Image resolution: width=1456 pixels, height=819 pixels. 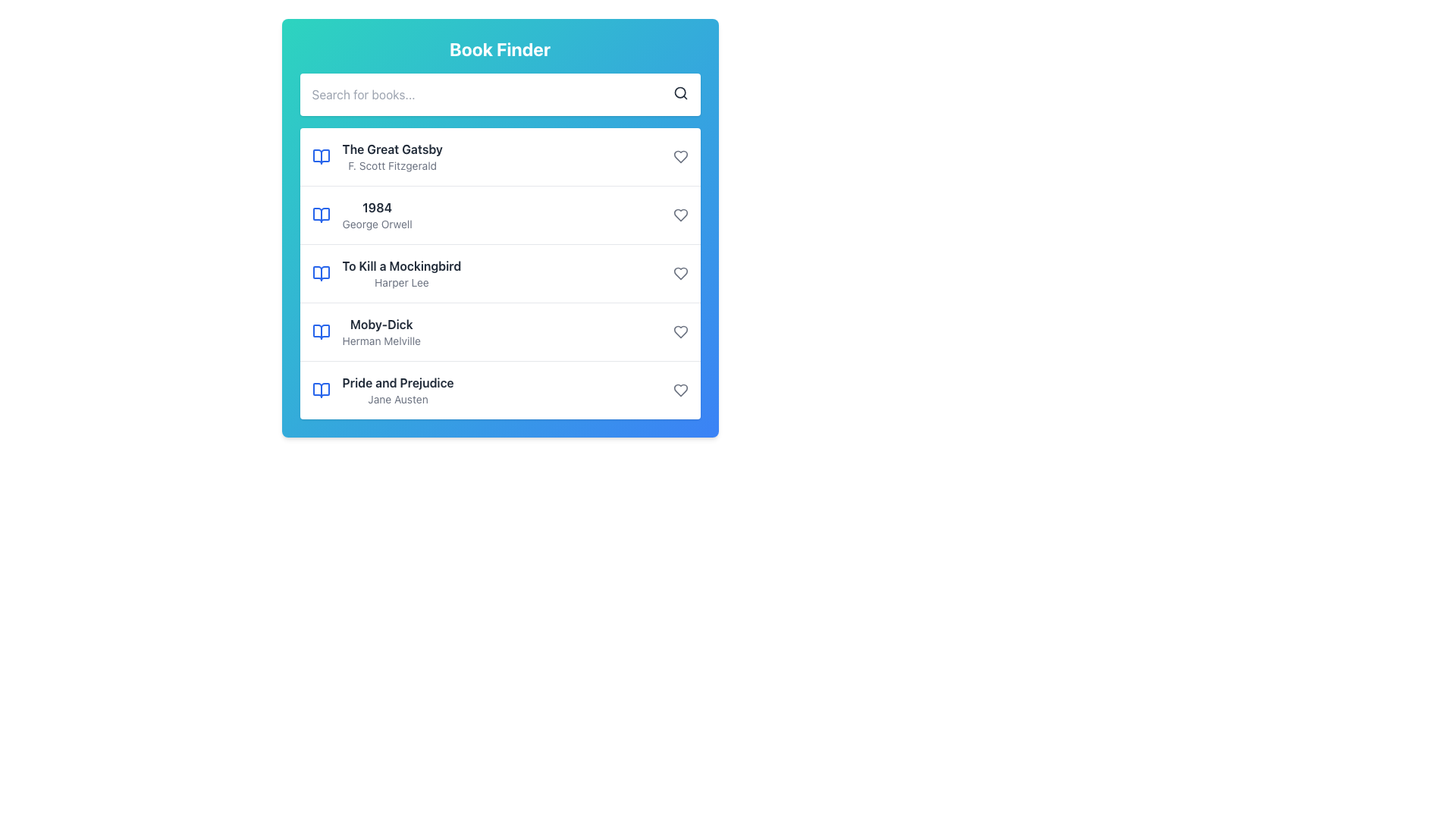 I want to click on the title and subtitle text element representing 'The Great Gatsby' and 'F. Scott Fitzgerald' in the 'Book Finder' interface, so click(x=392, y=157).